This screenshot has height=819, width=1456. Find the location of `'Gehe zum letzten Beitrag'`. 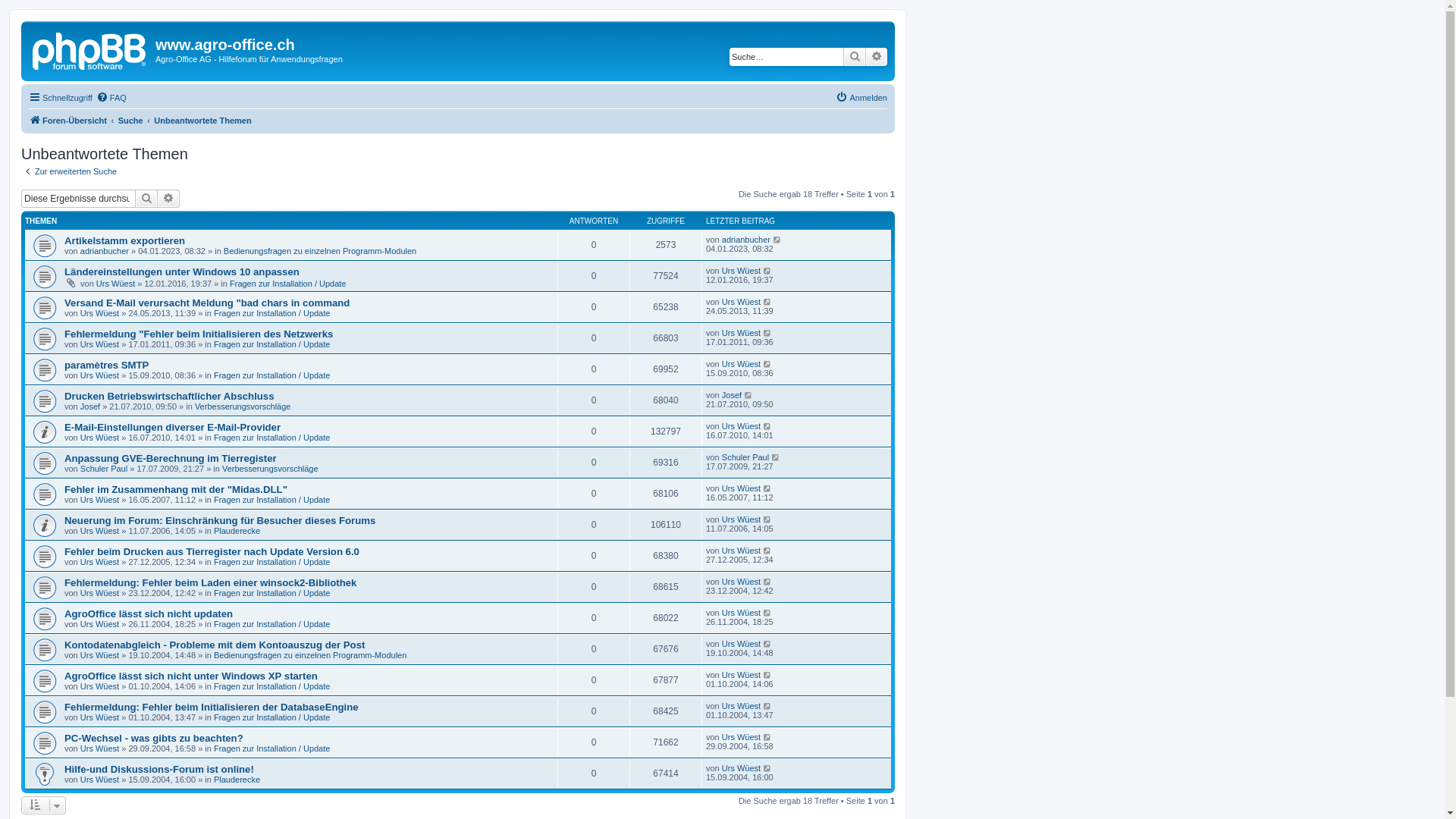

'Gehe zum letzten Beitrag' is located at coordinates (763, 301).